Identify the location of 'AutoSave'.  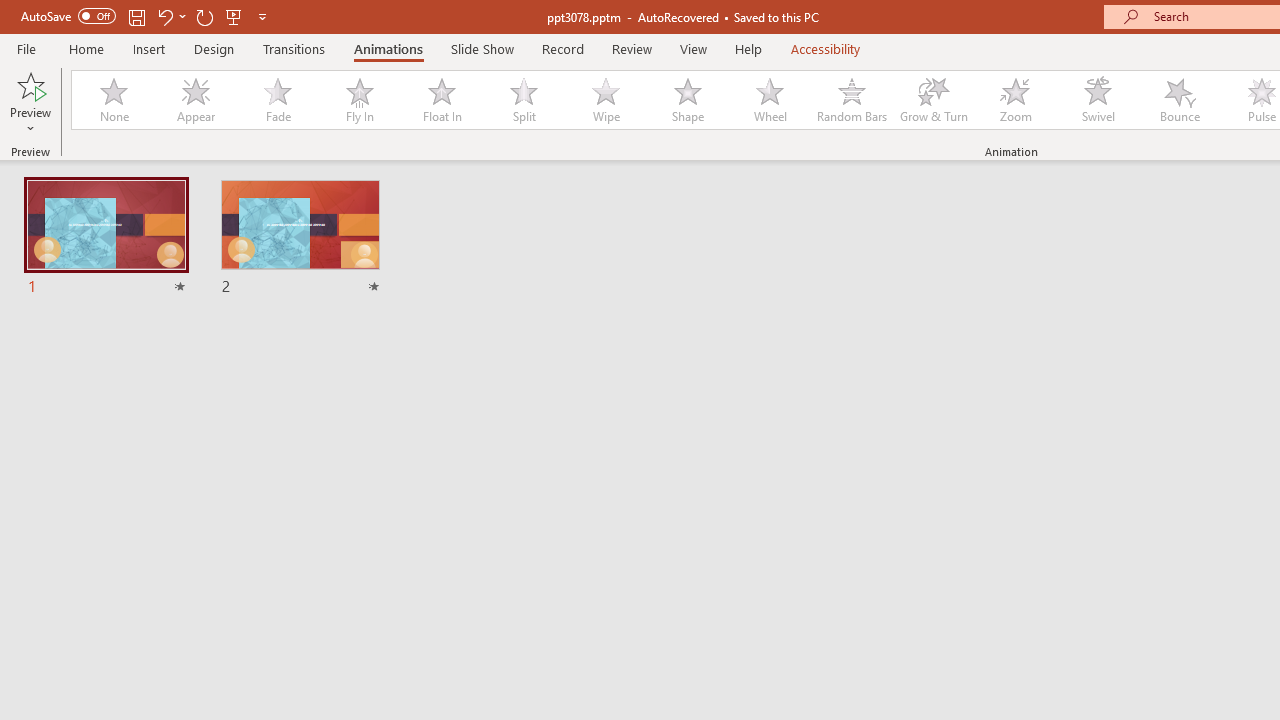
(68, 16).